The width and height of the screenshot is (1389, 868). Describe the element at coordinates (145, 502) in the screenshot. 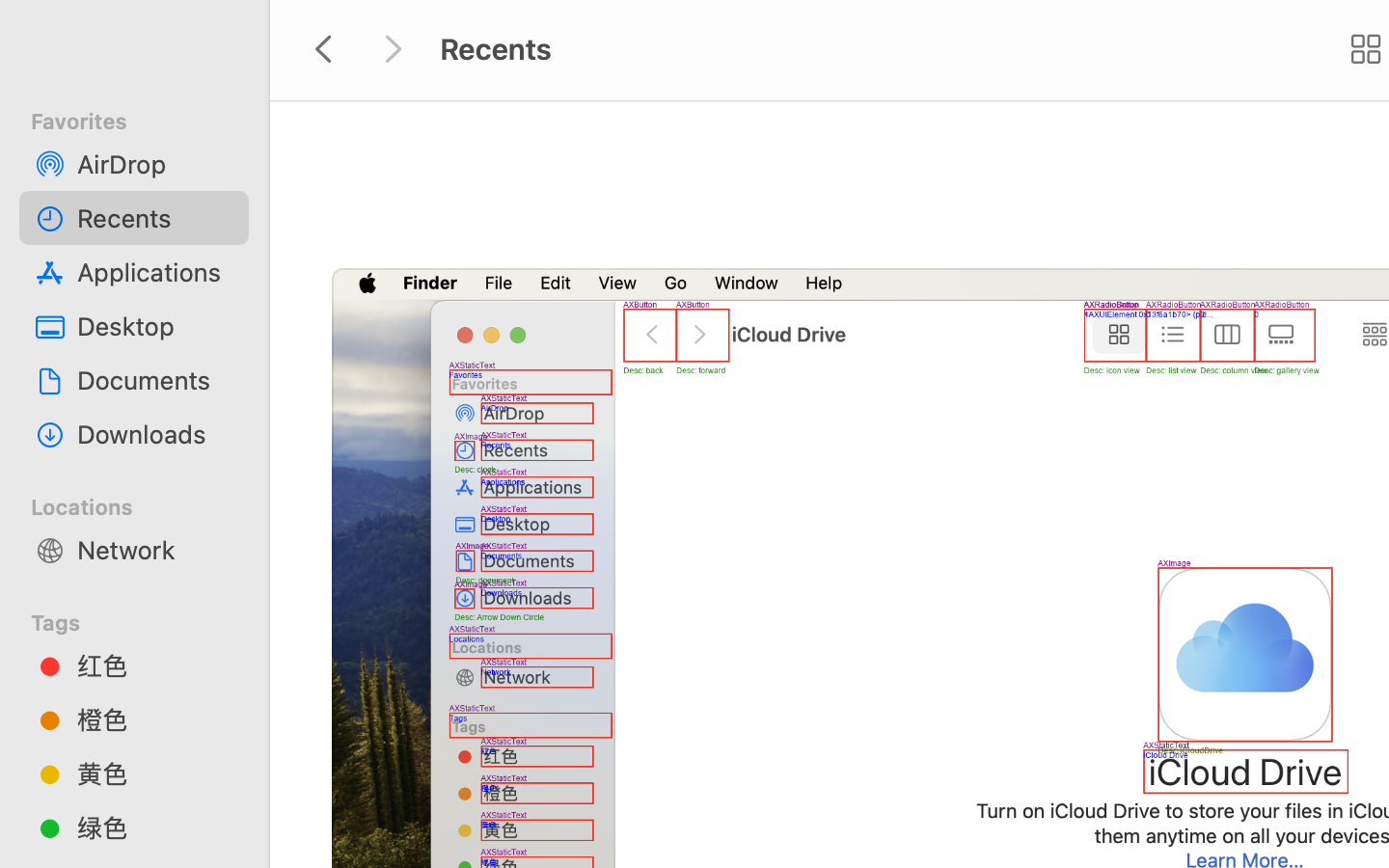

I see `'Locations'` at that location.